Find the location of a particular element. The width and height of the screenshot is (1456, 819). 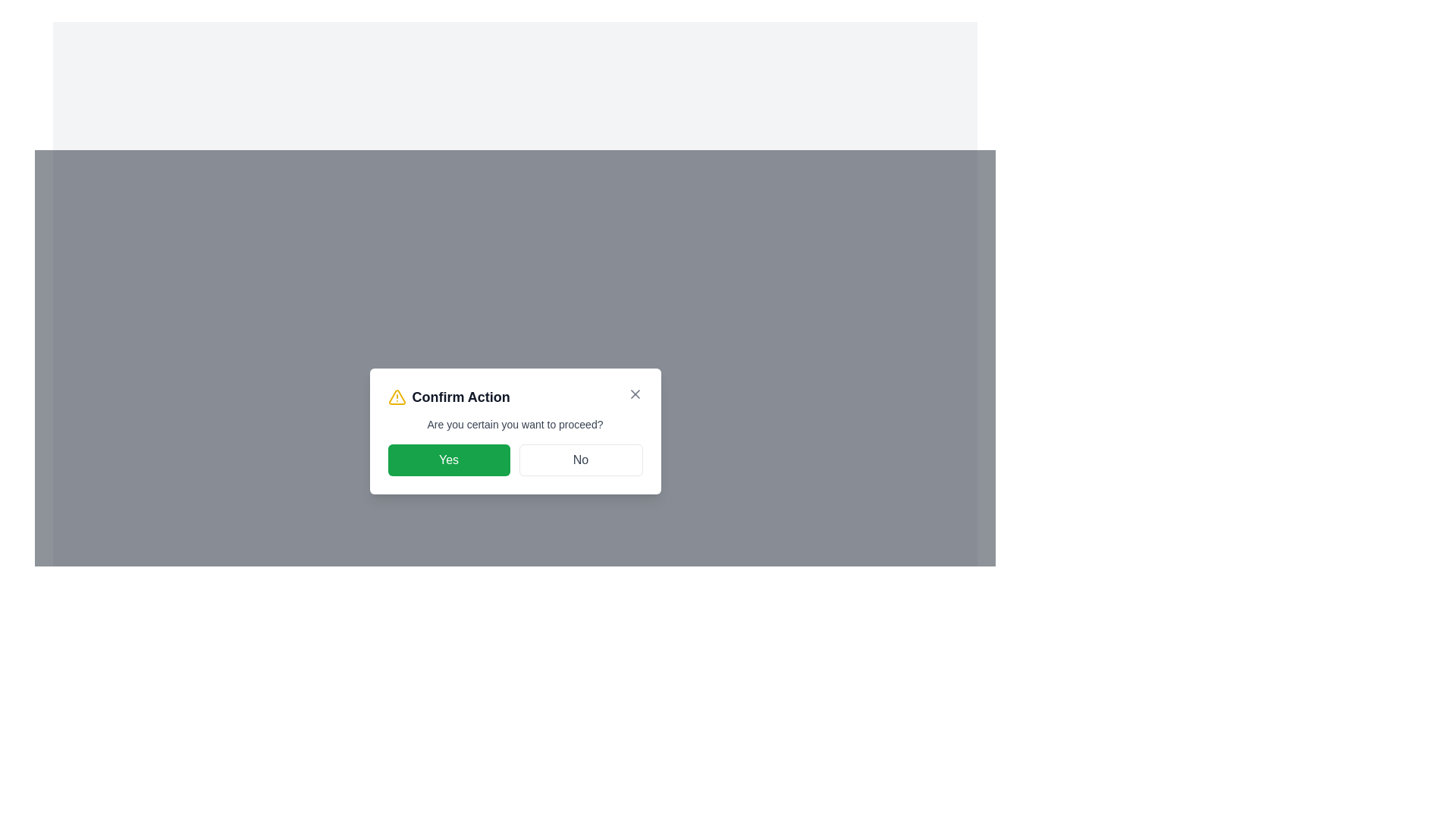

text label that says 'Confirm Action', which is styled in bold, dark gray font and is located in the top-middle of a modal dialog box is located at coordinates (460, 397).